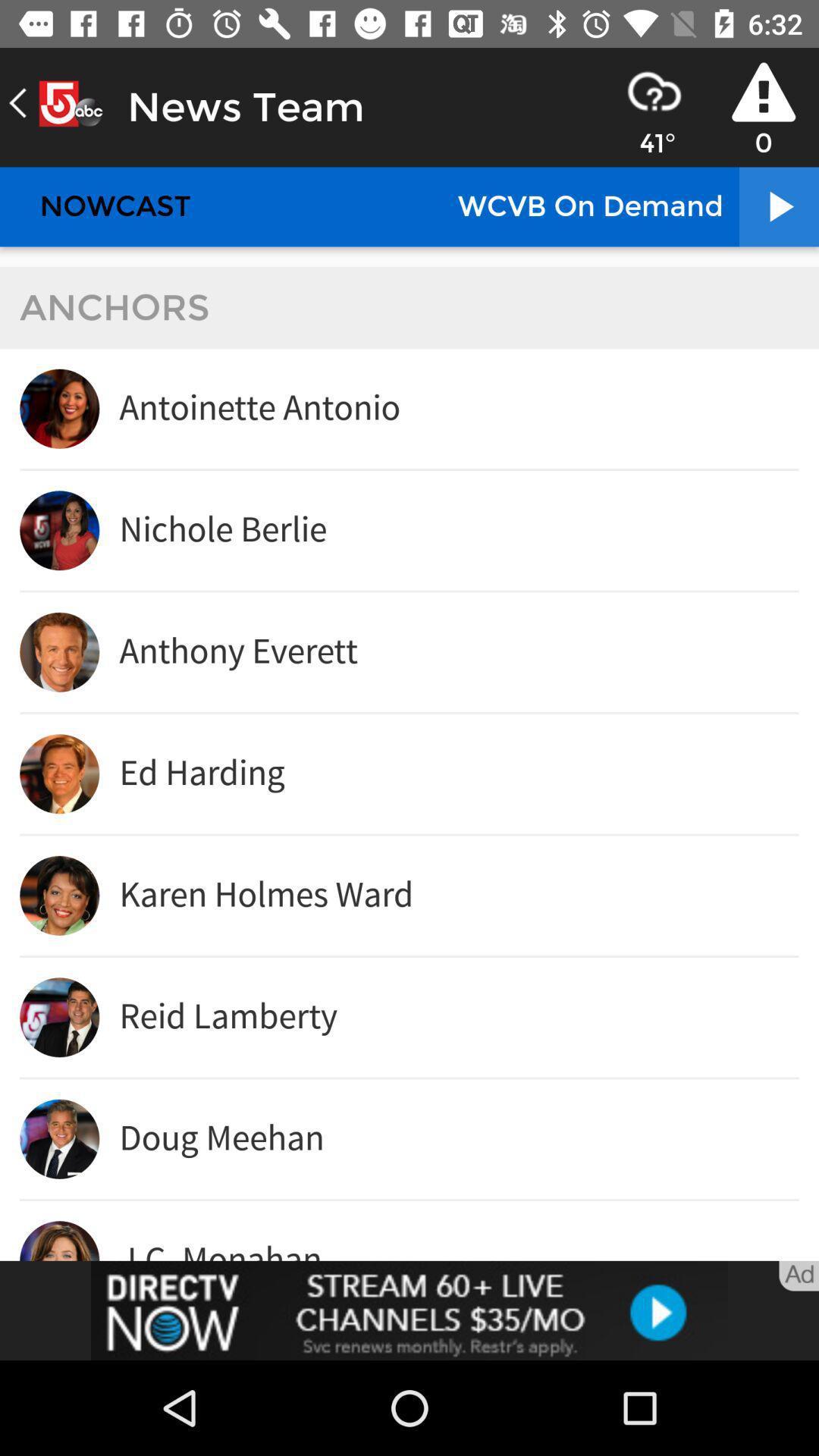 The width and height of the screenshot is (819, 1456). I want to click on click the advertisement, so click(409, 1310).